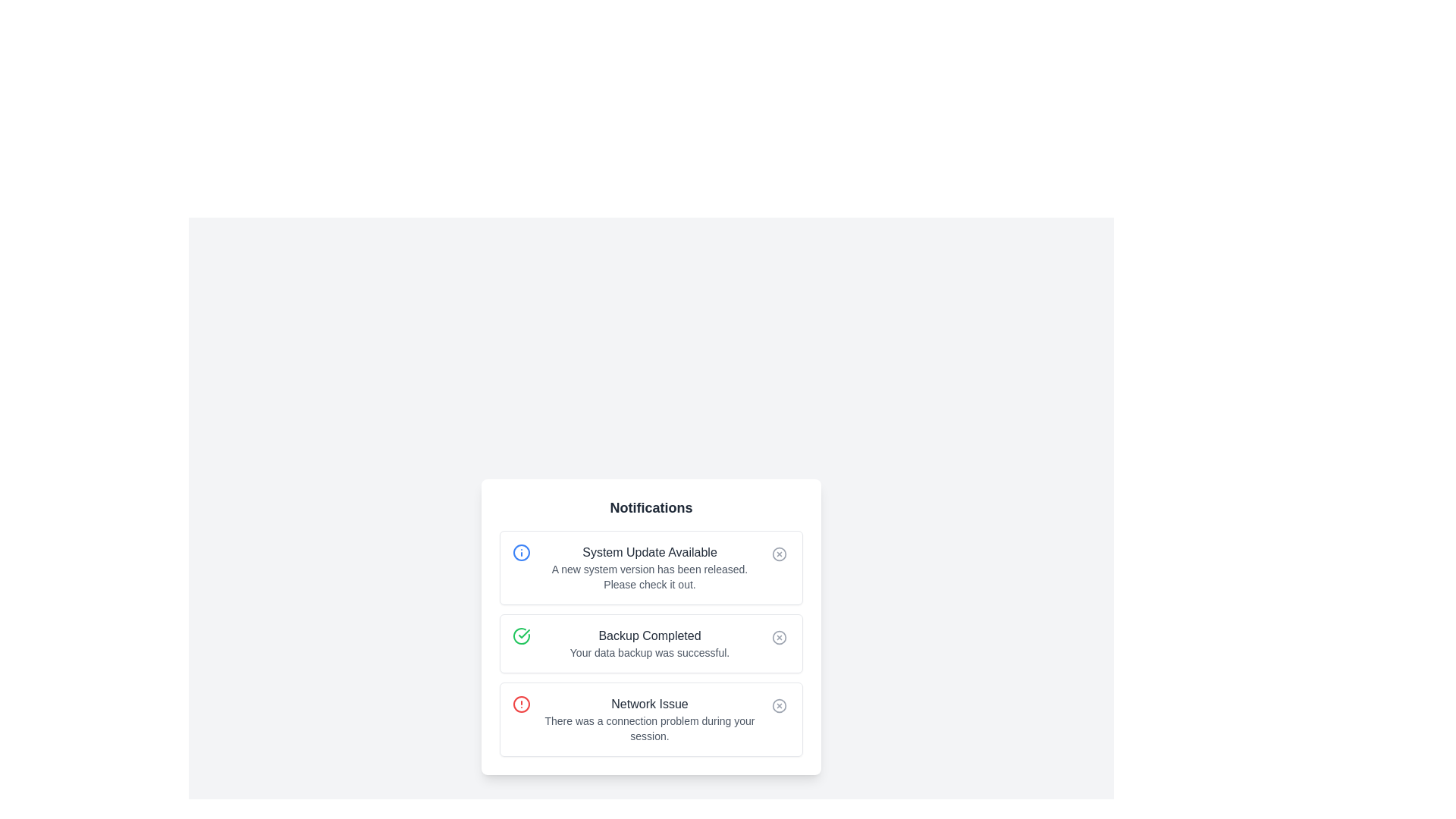 This screenshot has height=819, width=1456. What do you see at coordinates (650, 651) in the screenshot?
I see `the text label that reads 'Your data backup was successful.' located below the title 'Backup Completed' in the notification card` at bounding box center [650, 651].